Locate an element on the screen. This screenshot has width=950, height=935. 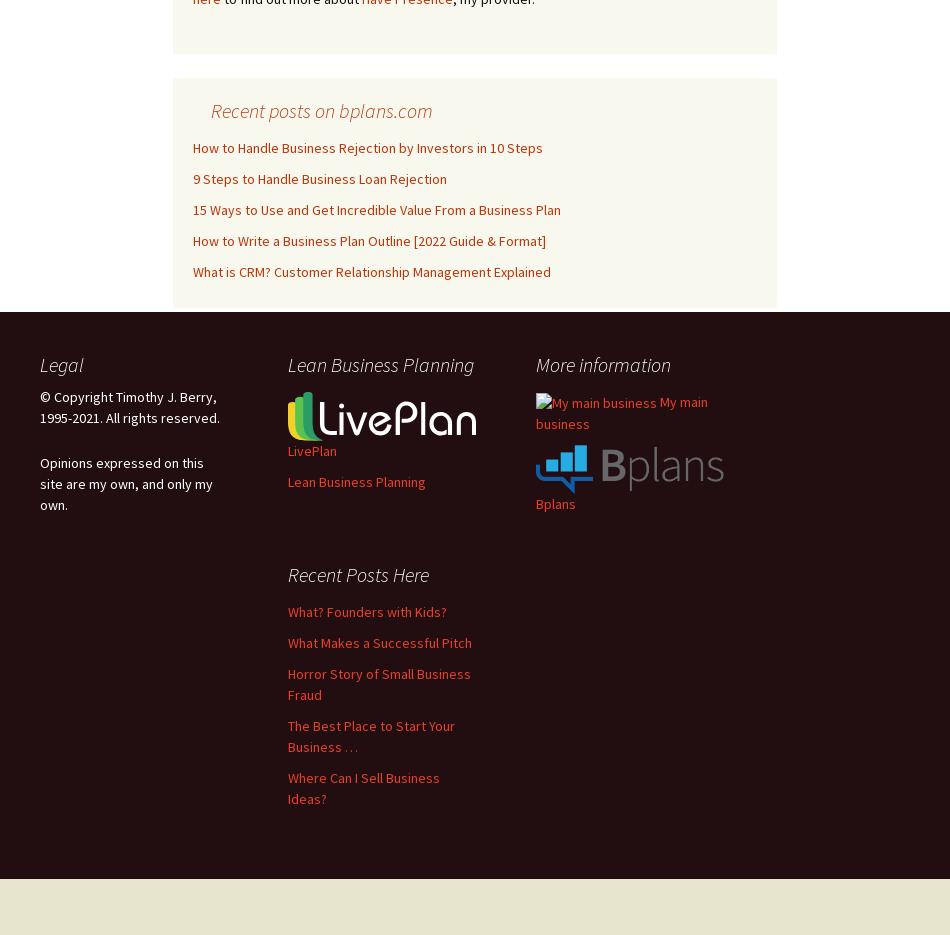
'9 Steps to Handle Business Loan Rejection' is located at coordinates (318, 177).